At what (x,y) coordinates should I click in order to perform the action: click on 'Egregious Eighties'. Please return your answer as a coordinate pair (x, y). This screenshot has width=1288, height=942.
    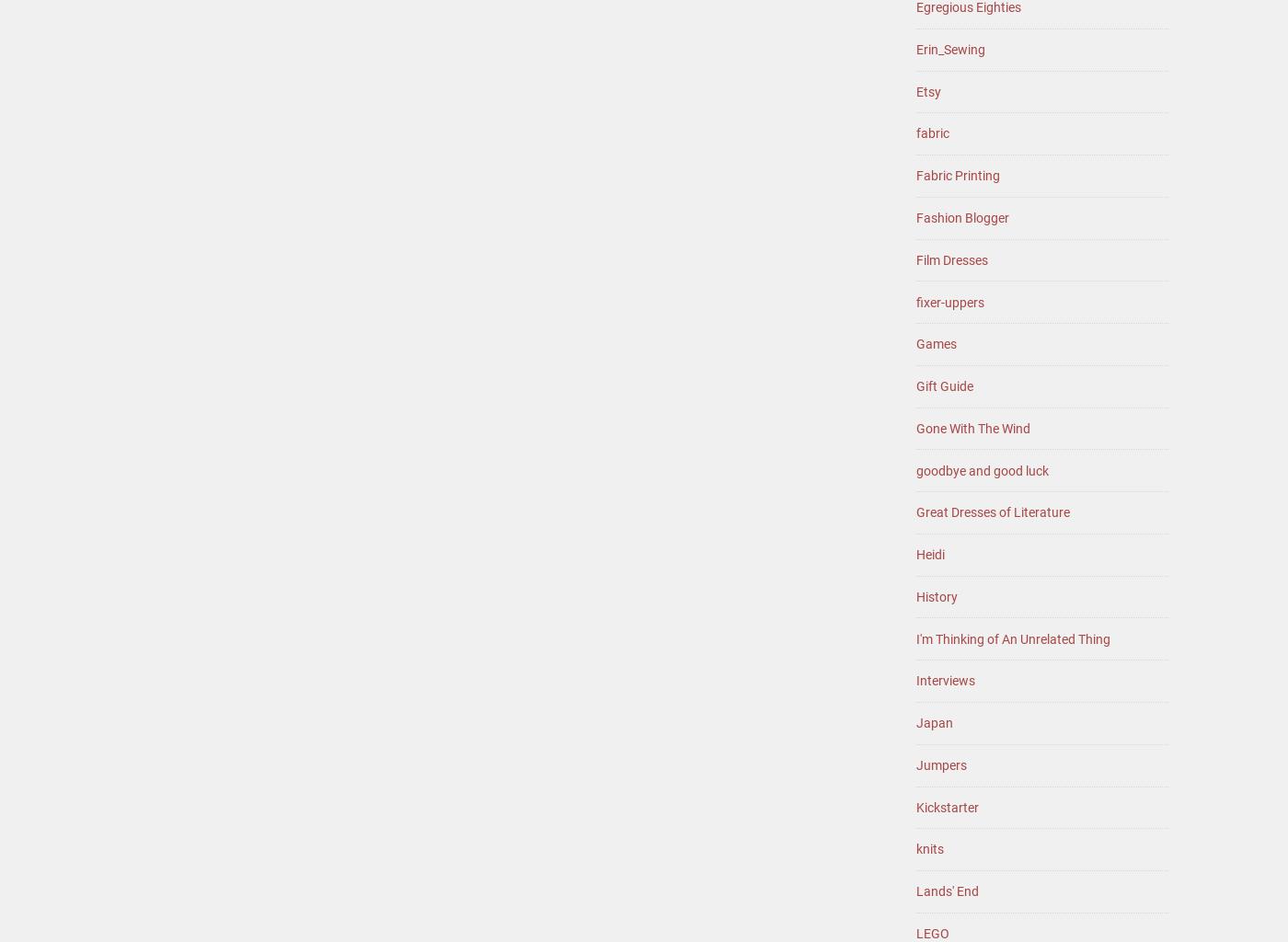
    Looking at the image, I should click on (968, 6).